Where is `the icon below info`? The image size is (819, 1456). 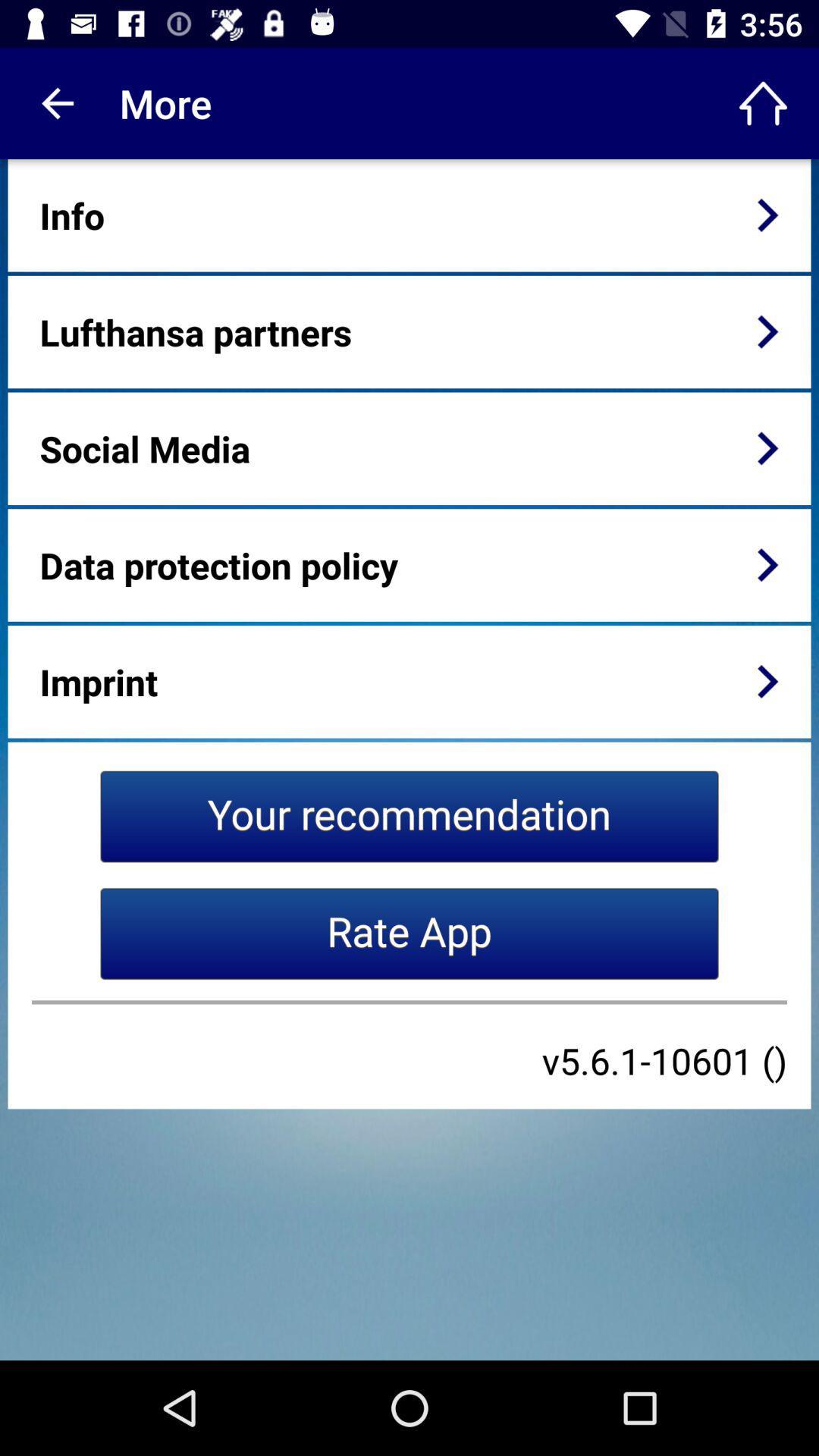 the icon below info is located at coordinates (195, 331).